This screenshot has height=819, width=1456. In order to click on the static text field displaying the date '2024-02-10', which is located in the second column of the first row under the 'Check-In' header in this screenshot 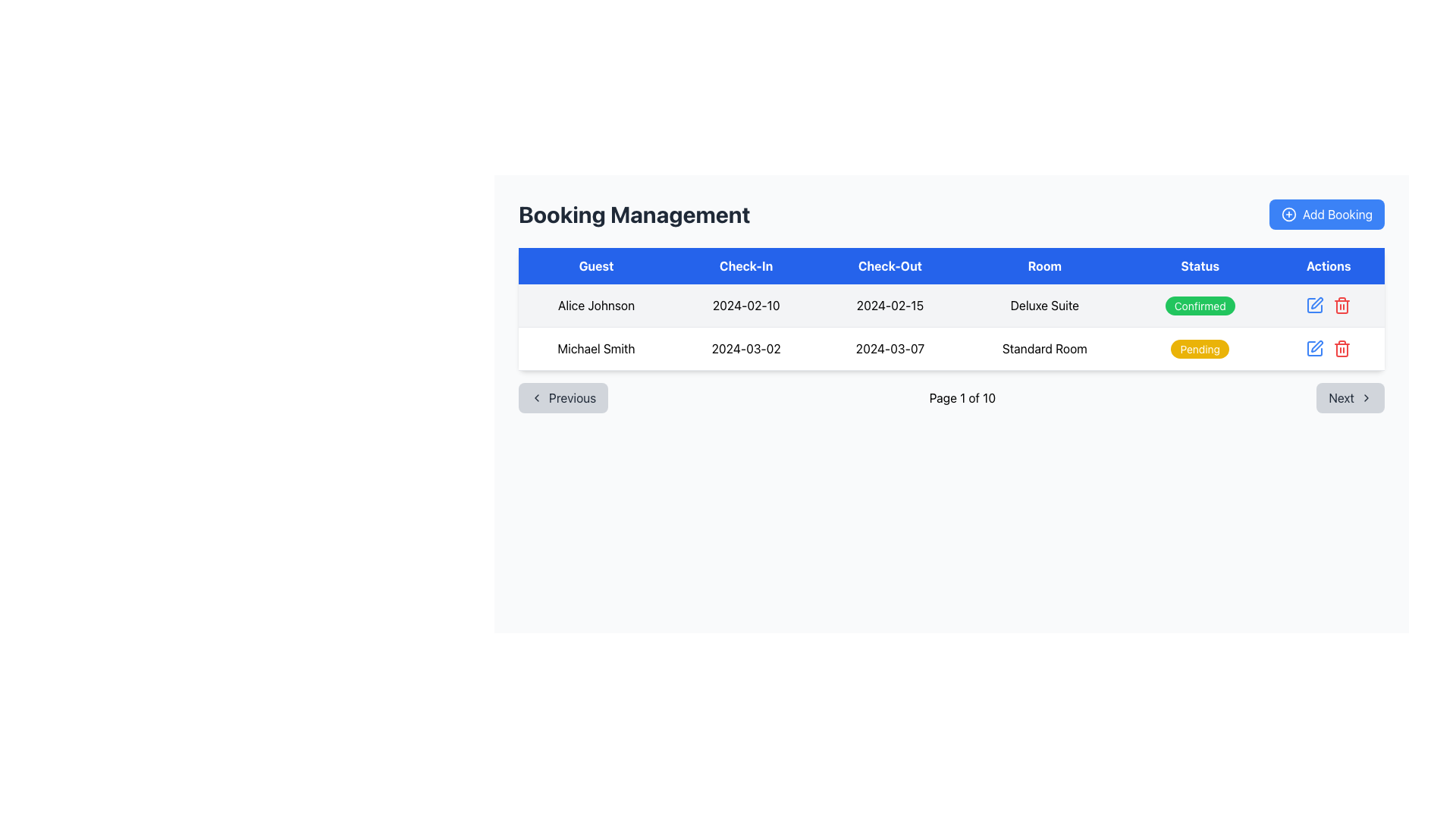, I will do `click(746, 306)`.